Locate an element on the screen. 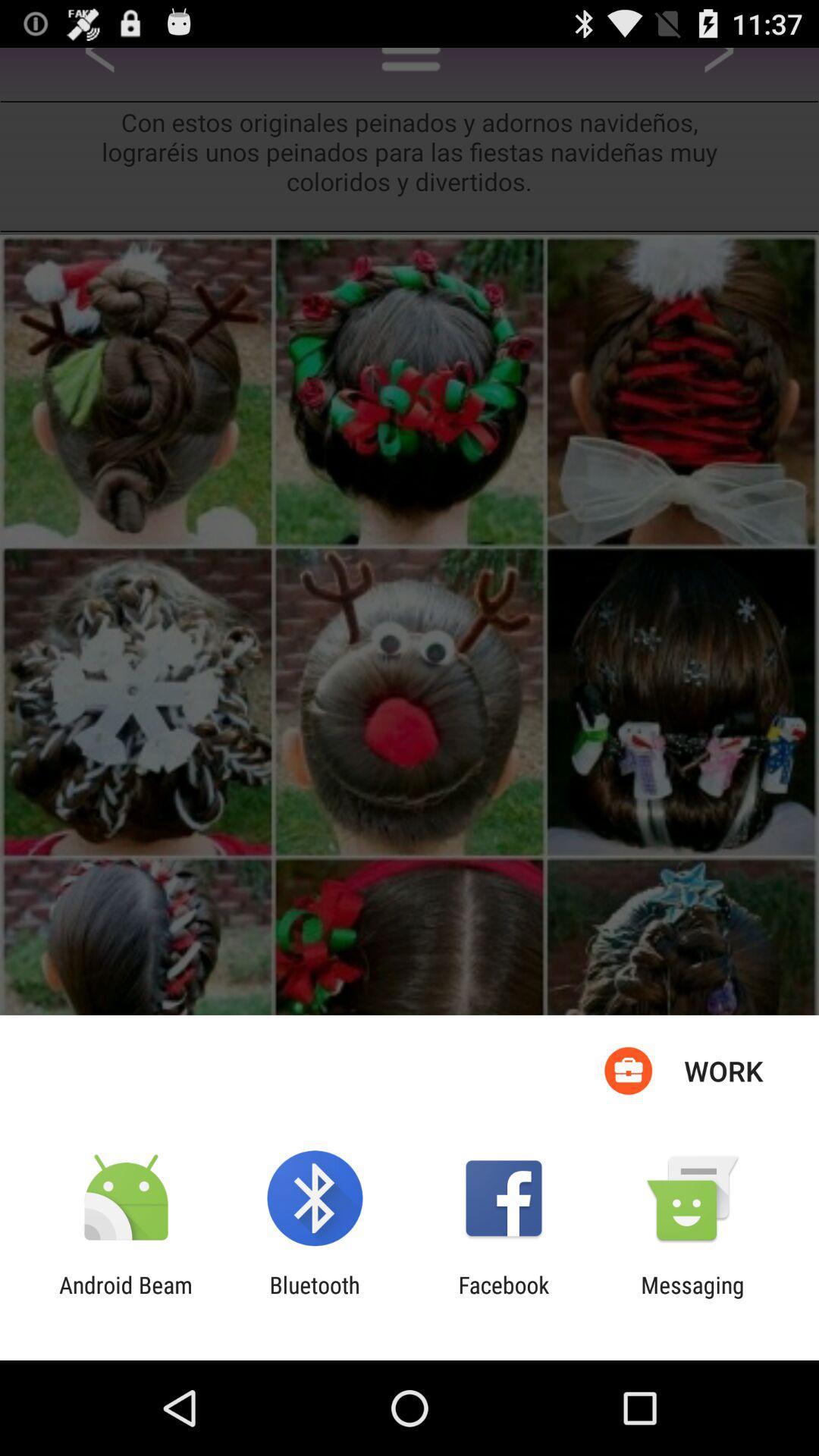  facebook is located at coordinates (504, 1298).